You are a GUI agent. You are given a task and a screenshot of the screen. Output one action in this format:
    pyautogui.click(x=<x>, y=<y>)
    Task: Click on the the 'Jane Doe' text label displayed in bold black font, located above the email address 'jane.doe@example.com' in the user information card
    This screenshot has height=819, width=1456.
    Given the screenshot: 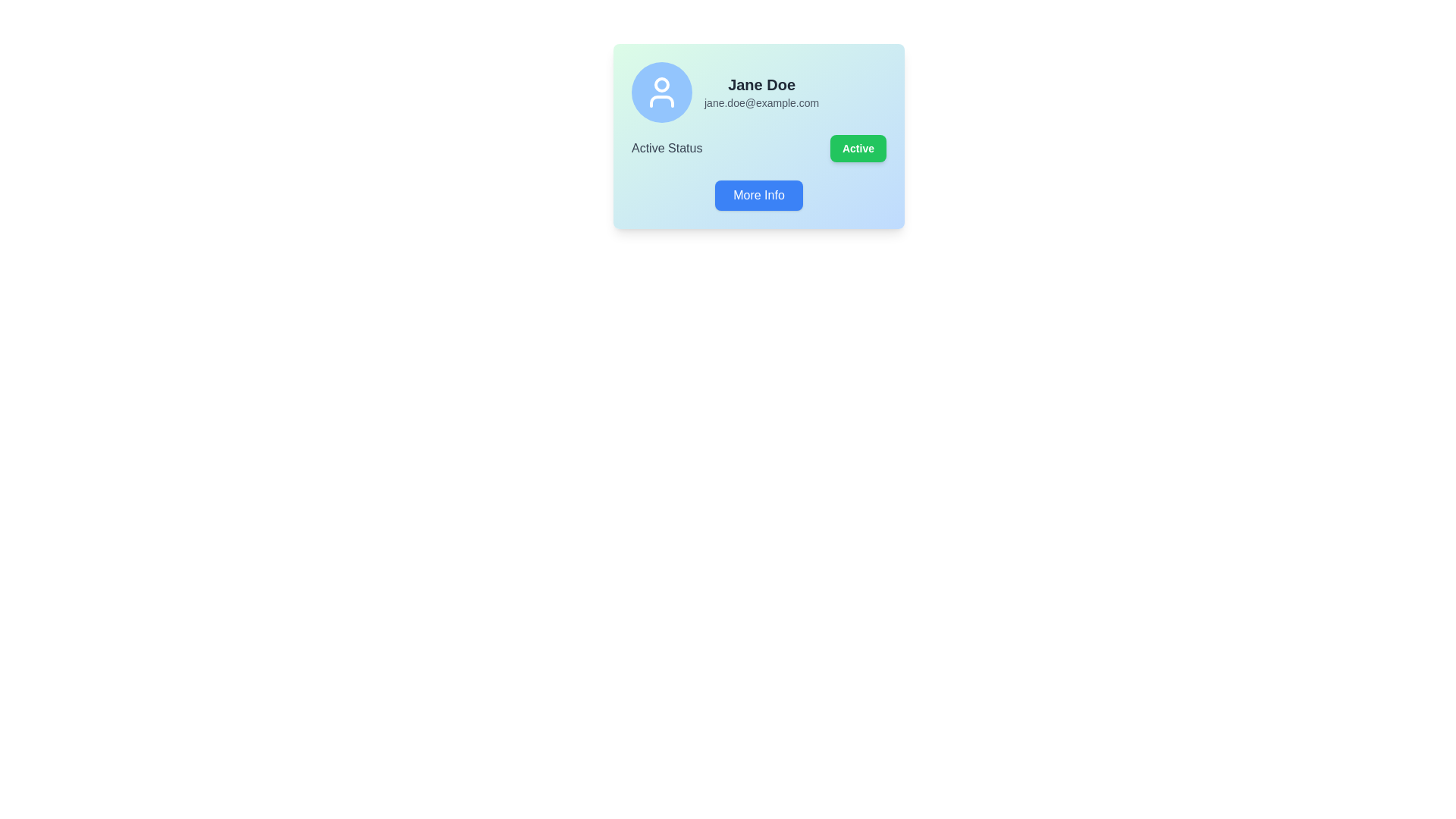 What is the action you would take?
    pyautogui.click(x=761, y=84)
    